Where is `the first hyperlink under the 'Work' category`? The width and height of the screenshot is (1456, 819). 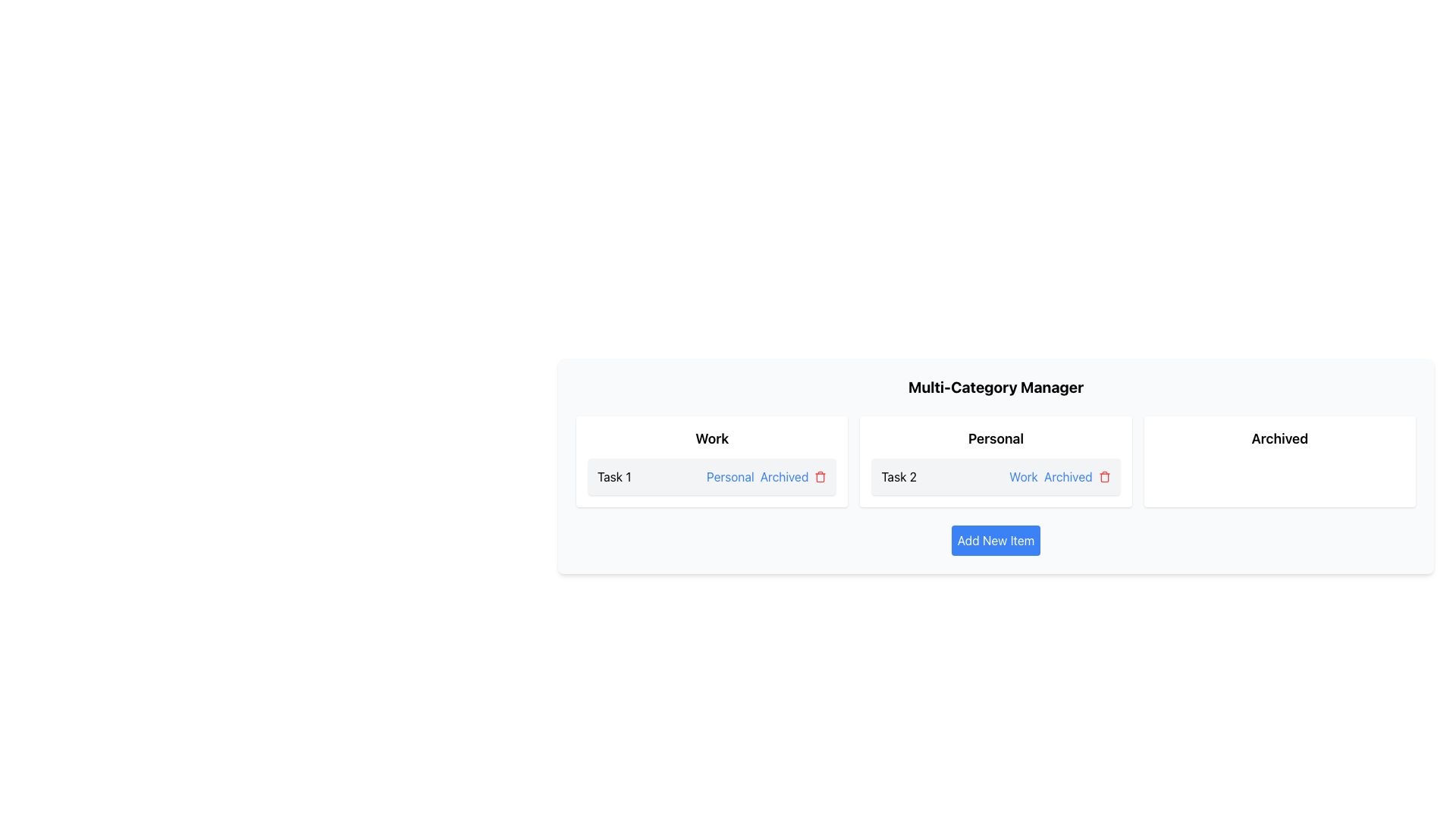
the first hyperlink under the 'Work' category is located at coordinates (730, 475).